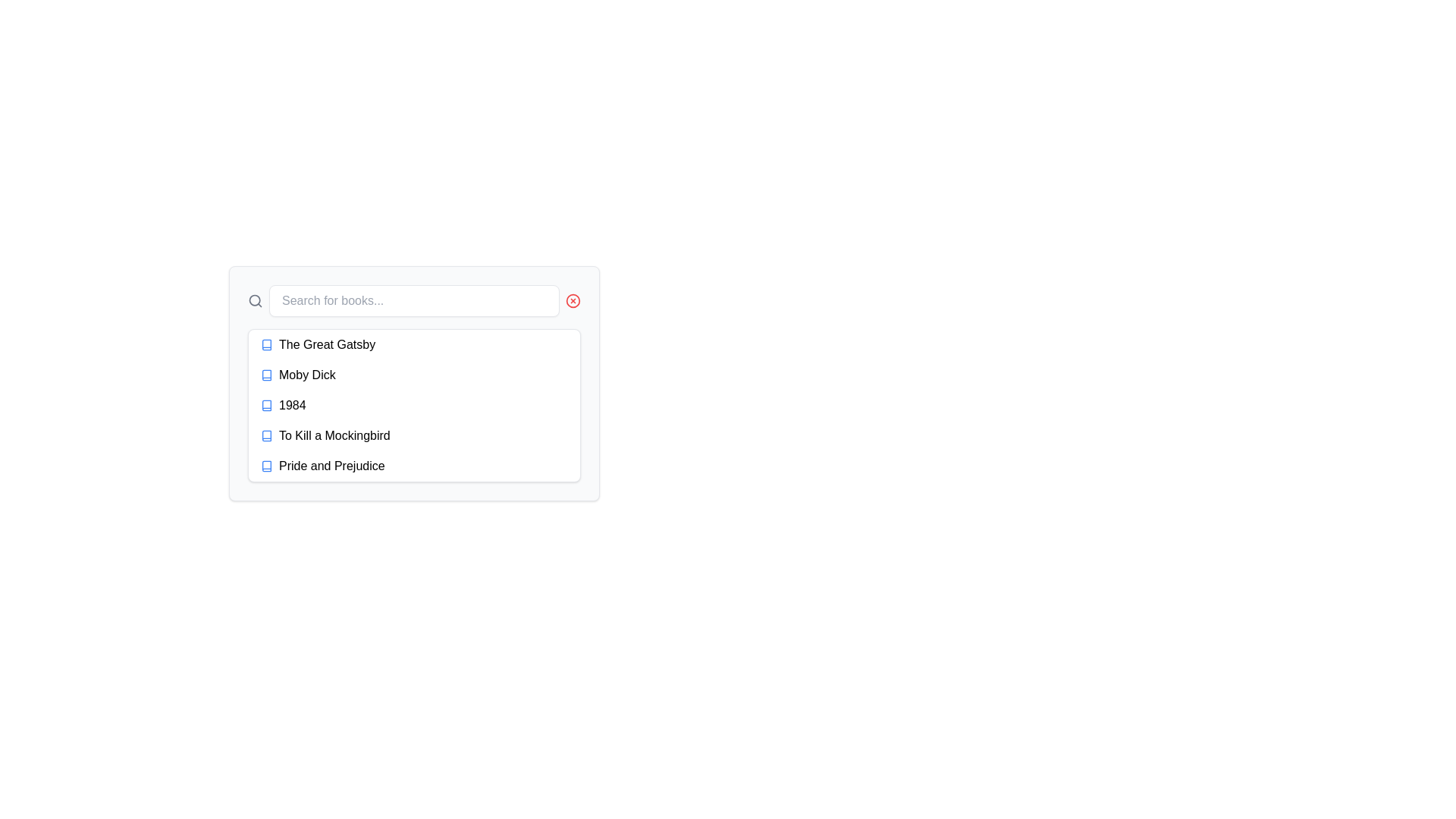 This screenshot has width=1456, height=819. Describe the element at coordinates (266, 405) in the screenshot. I see `the illustrative icon representing the book '1984'` at that location.